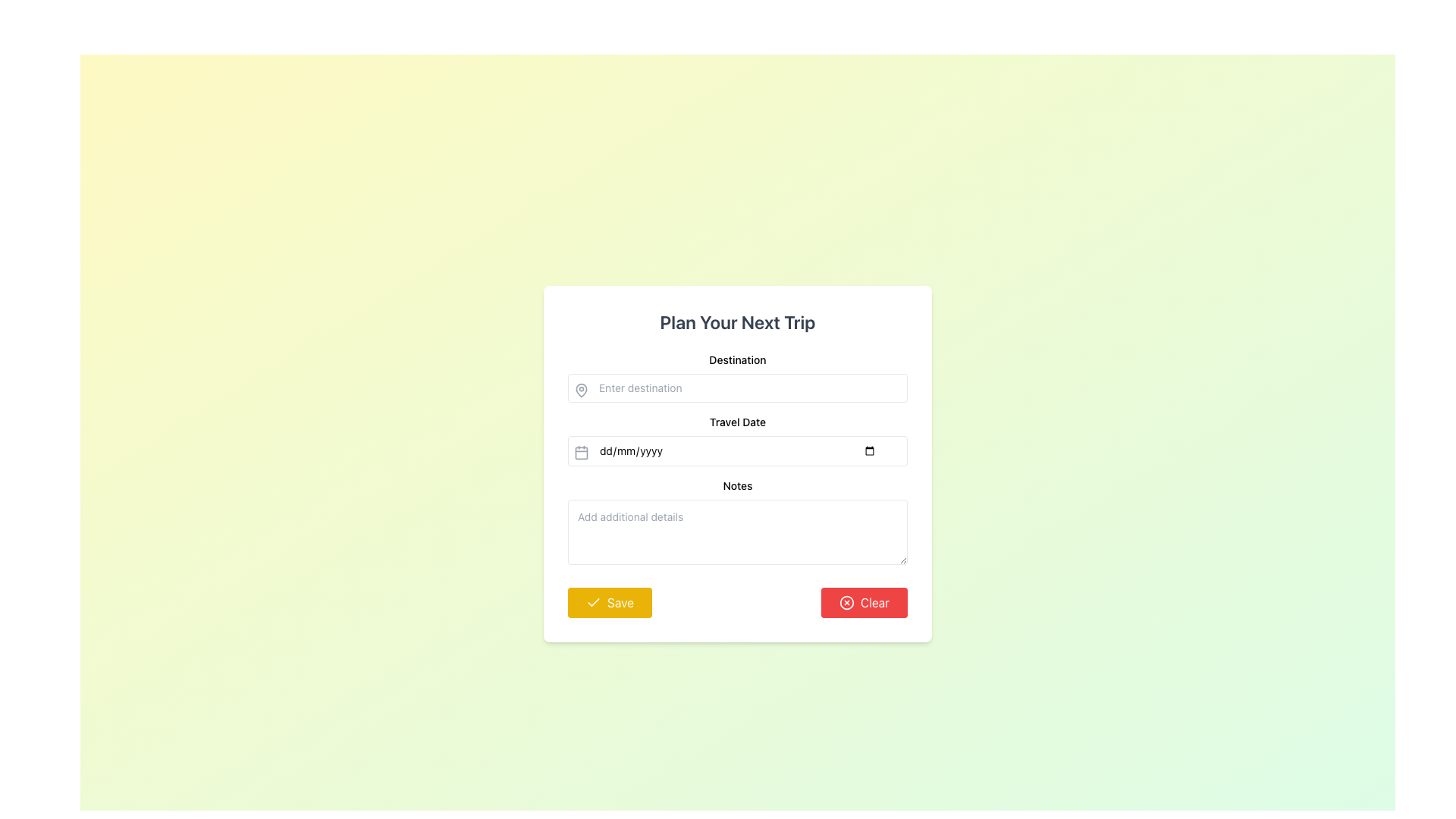 The height and width of the screenshot is (819, 1456). What do you see at coordinates (581, 390) in the screenshot?
I see `the geographical location icon located to the left of the destination text input field in the 'Plan Your Next Trip' form` at bounding box center [581, 390].